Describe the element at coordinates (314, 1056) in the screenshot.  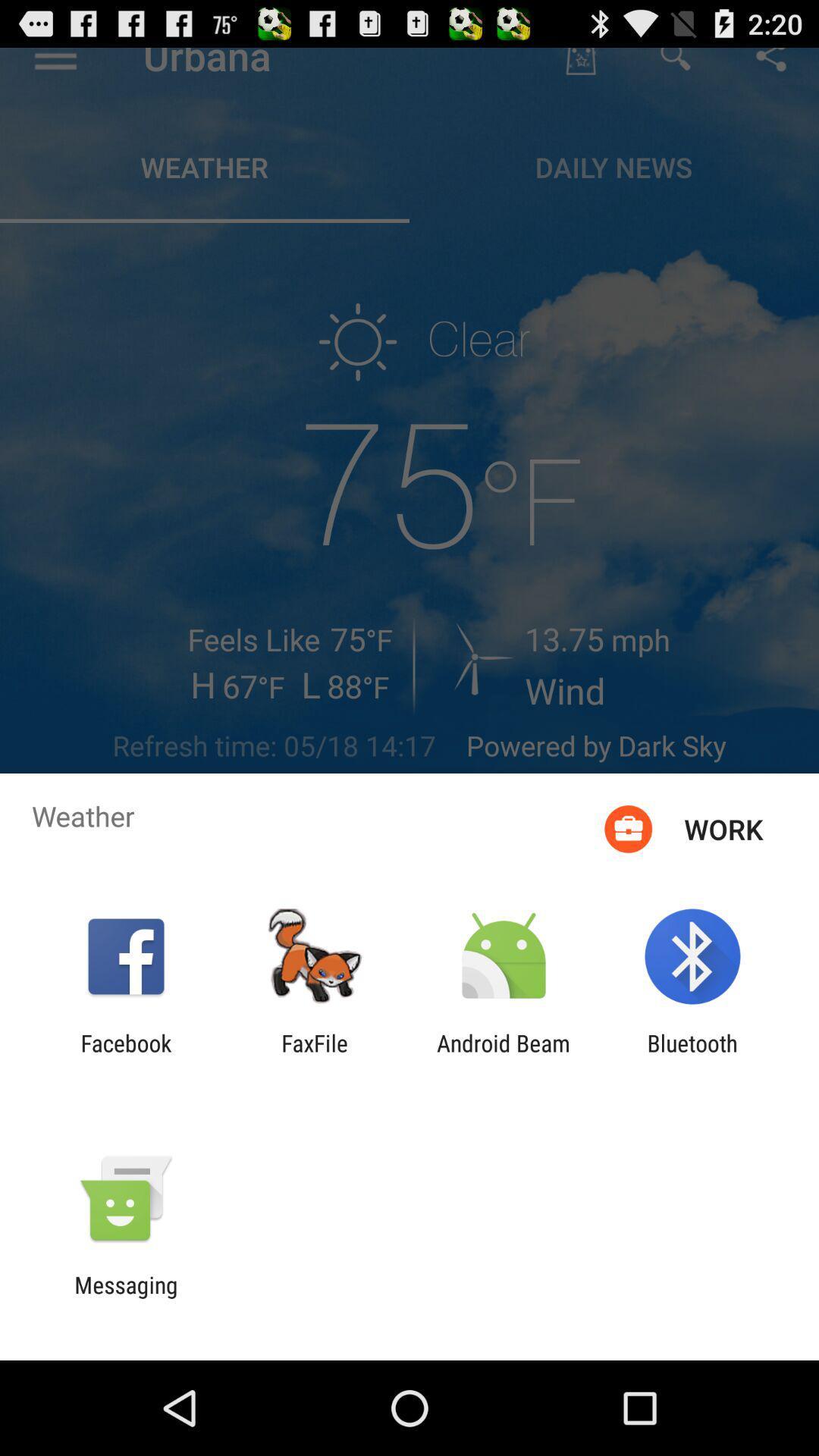
I see `the item next to facebook item` at that location.